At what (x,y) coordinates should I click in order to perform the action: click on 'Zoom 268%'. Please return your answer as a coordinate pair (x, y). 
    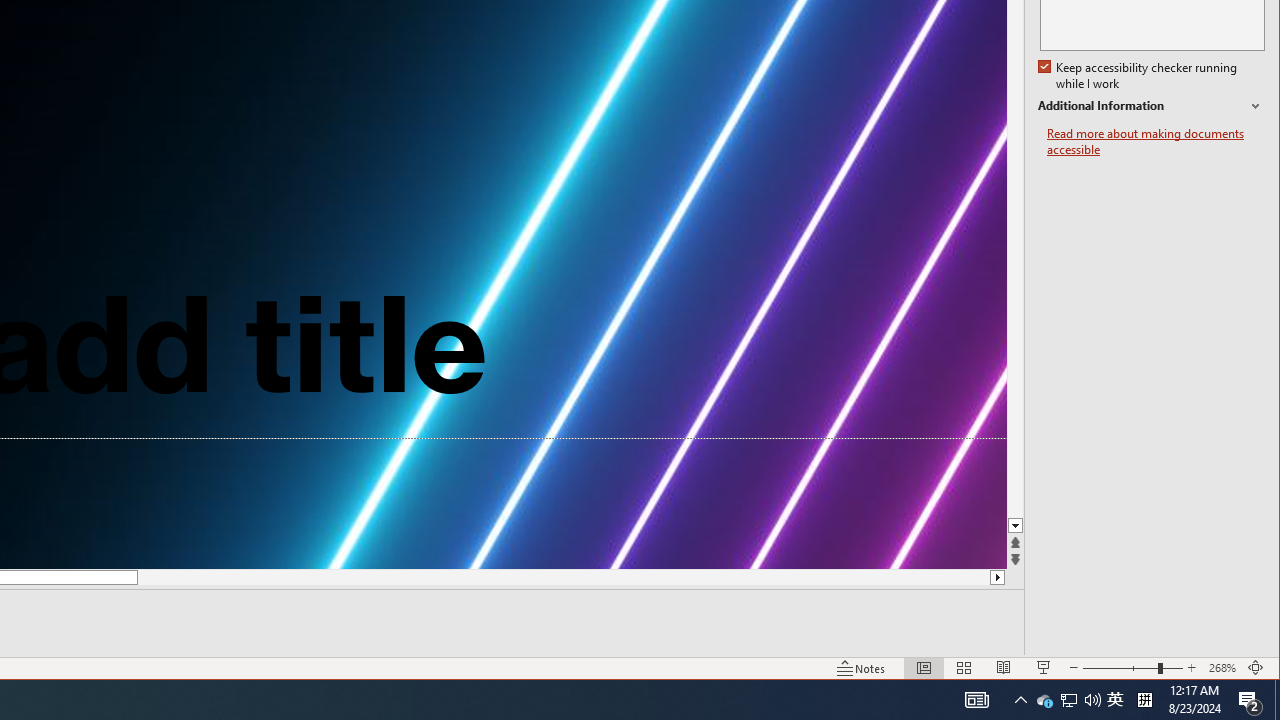
    Looking at the image, I should click on (1221, 668).